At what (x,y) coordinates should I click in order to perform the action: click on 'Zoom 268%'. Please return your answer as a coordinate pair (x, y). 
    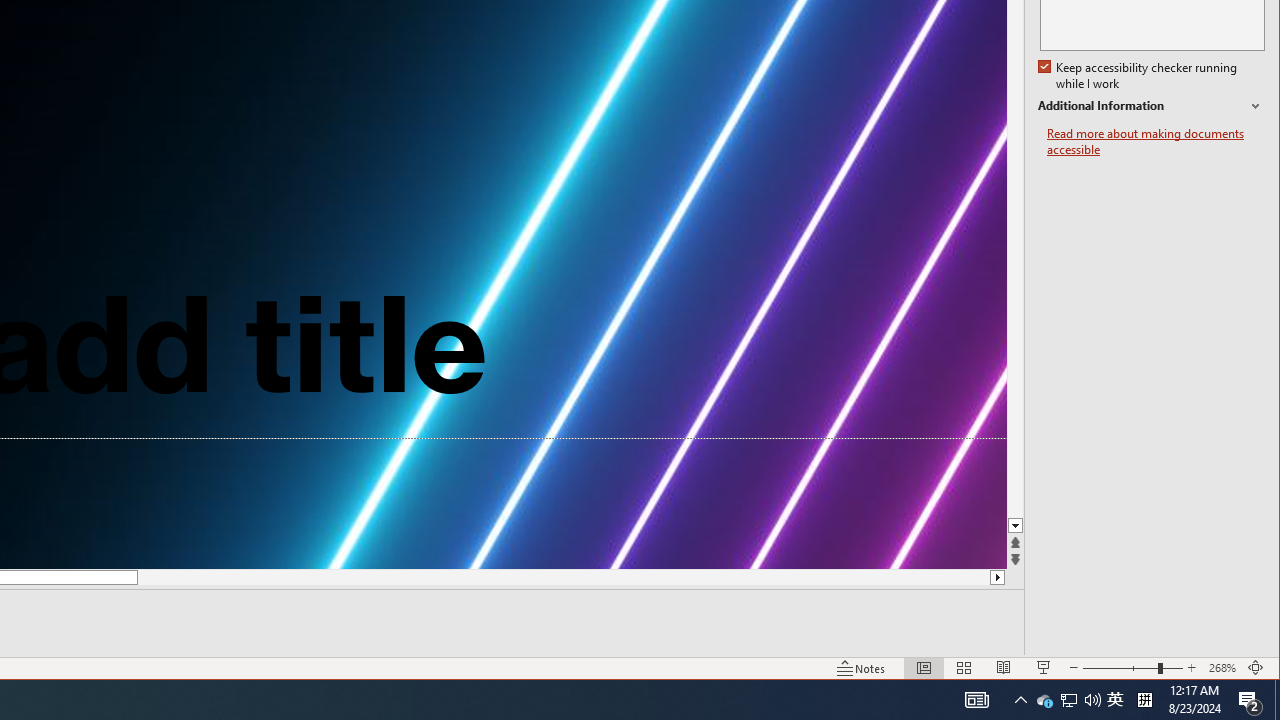
    Looking at the image, I should click on (1221, 668).